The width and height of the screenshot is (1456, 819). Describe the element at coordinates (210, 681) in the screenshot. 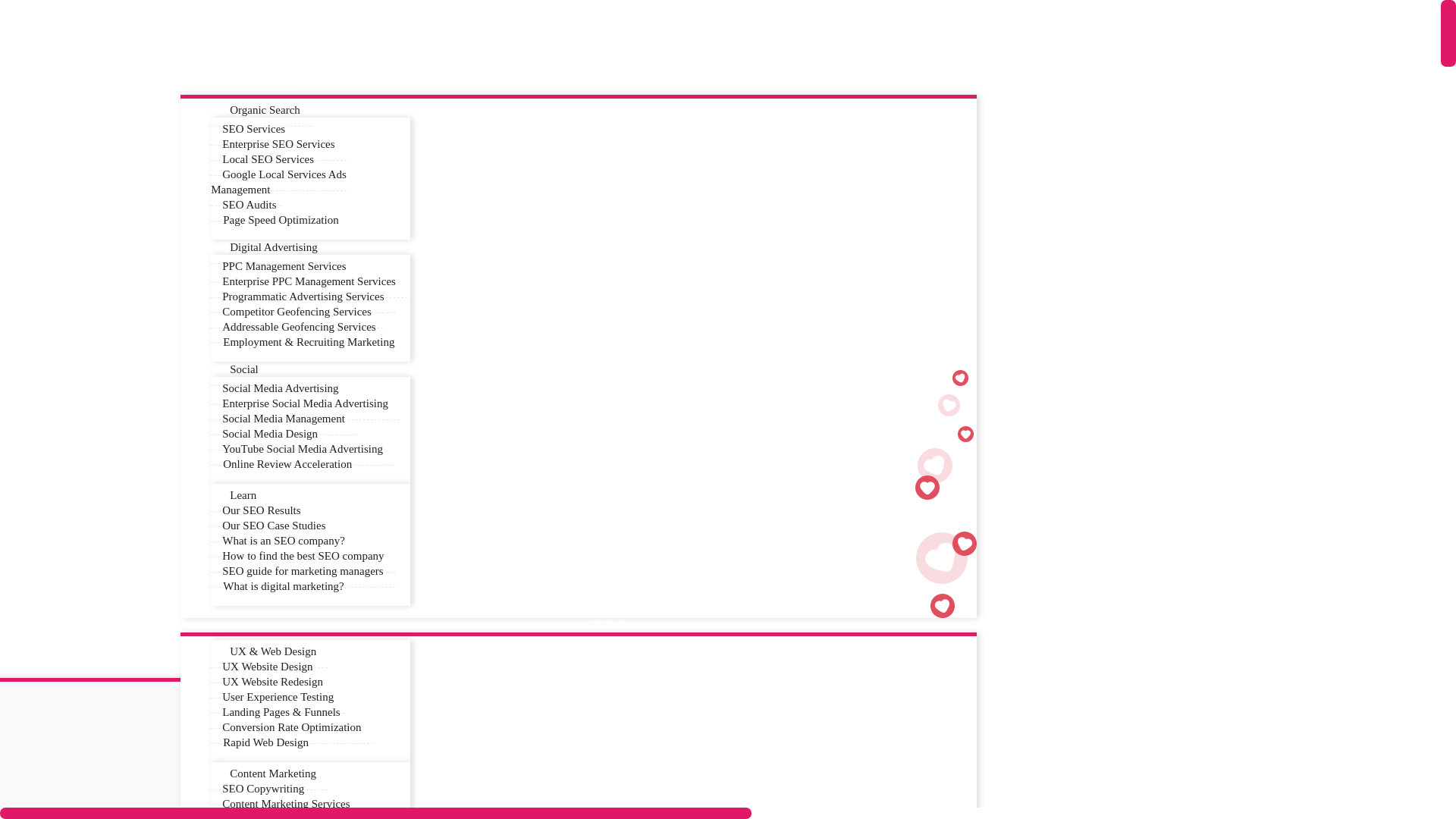

I see `'UX Website Redesign'` at that location.